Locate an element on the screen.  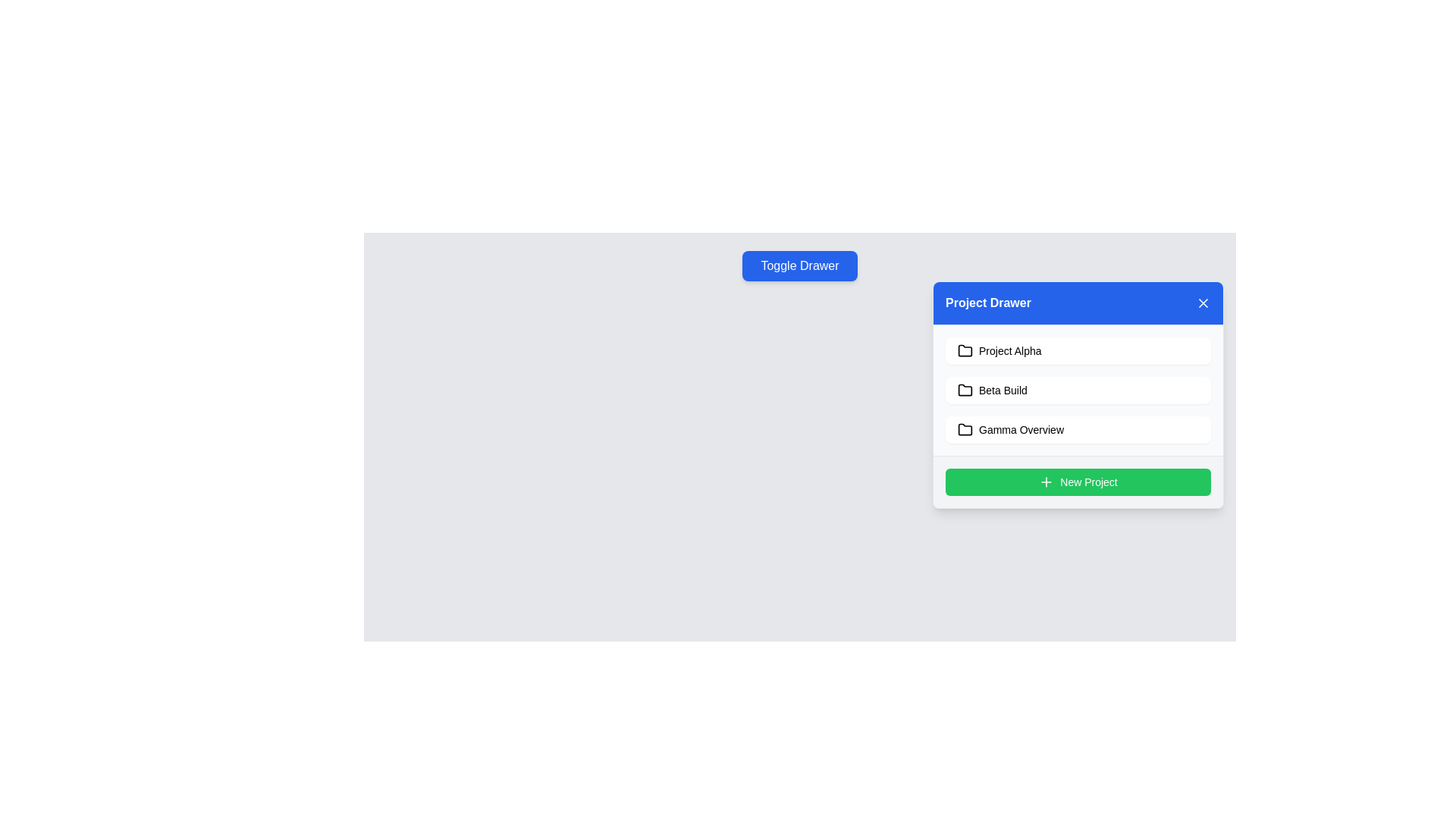
the folder icon located to the left of the text 'Gamma Overview' within the third item of a vertical list in the drawer interface is located at coordinates (964, 430).